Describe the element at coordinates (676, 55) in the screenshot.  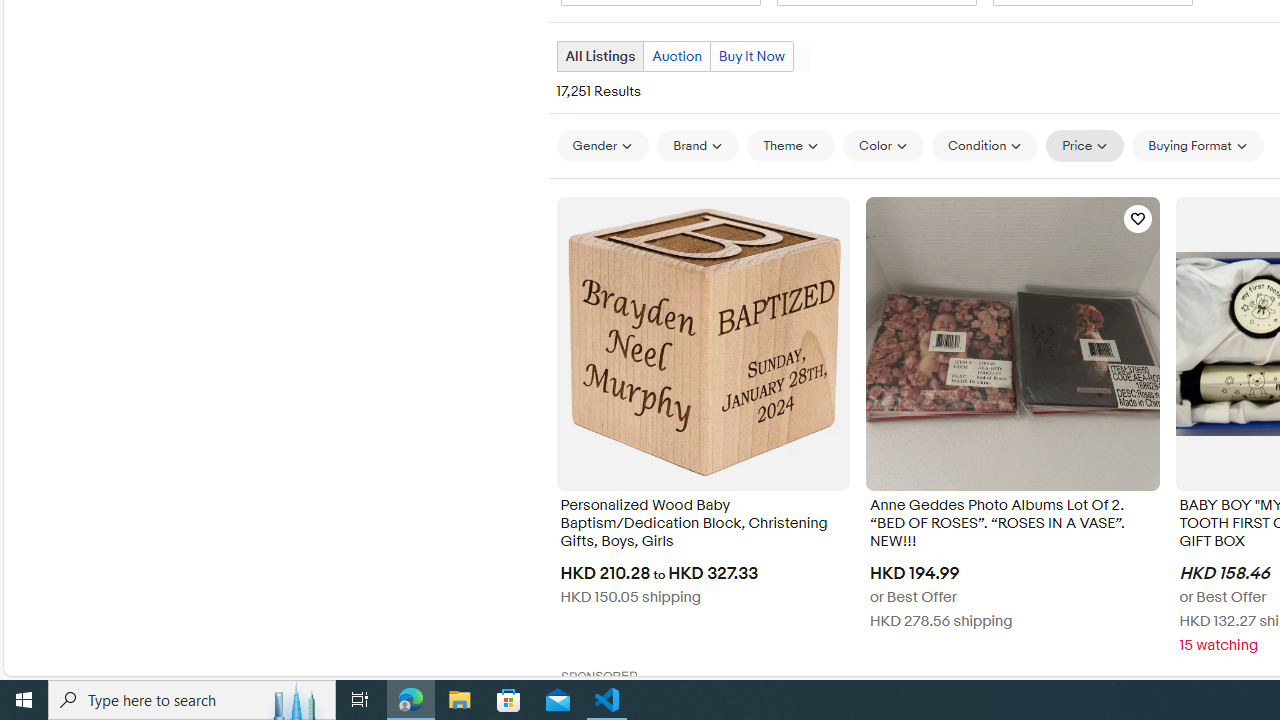
I see `'Auction'` at that location.